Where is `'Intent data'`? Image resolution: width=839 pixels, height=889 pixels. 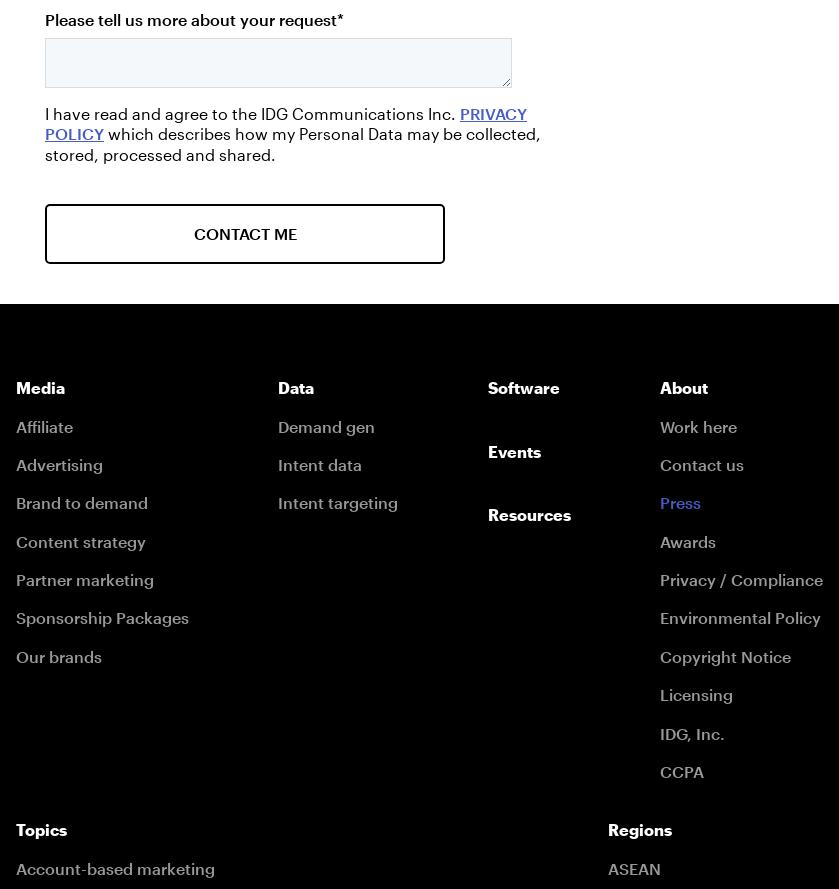 'Intent data' is located at coordinates (277, 462).